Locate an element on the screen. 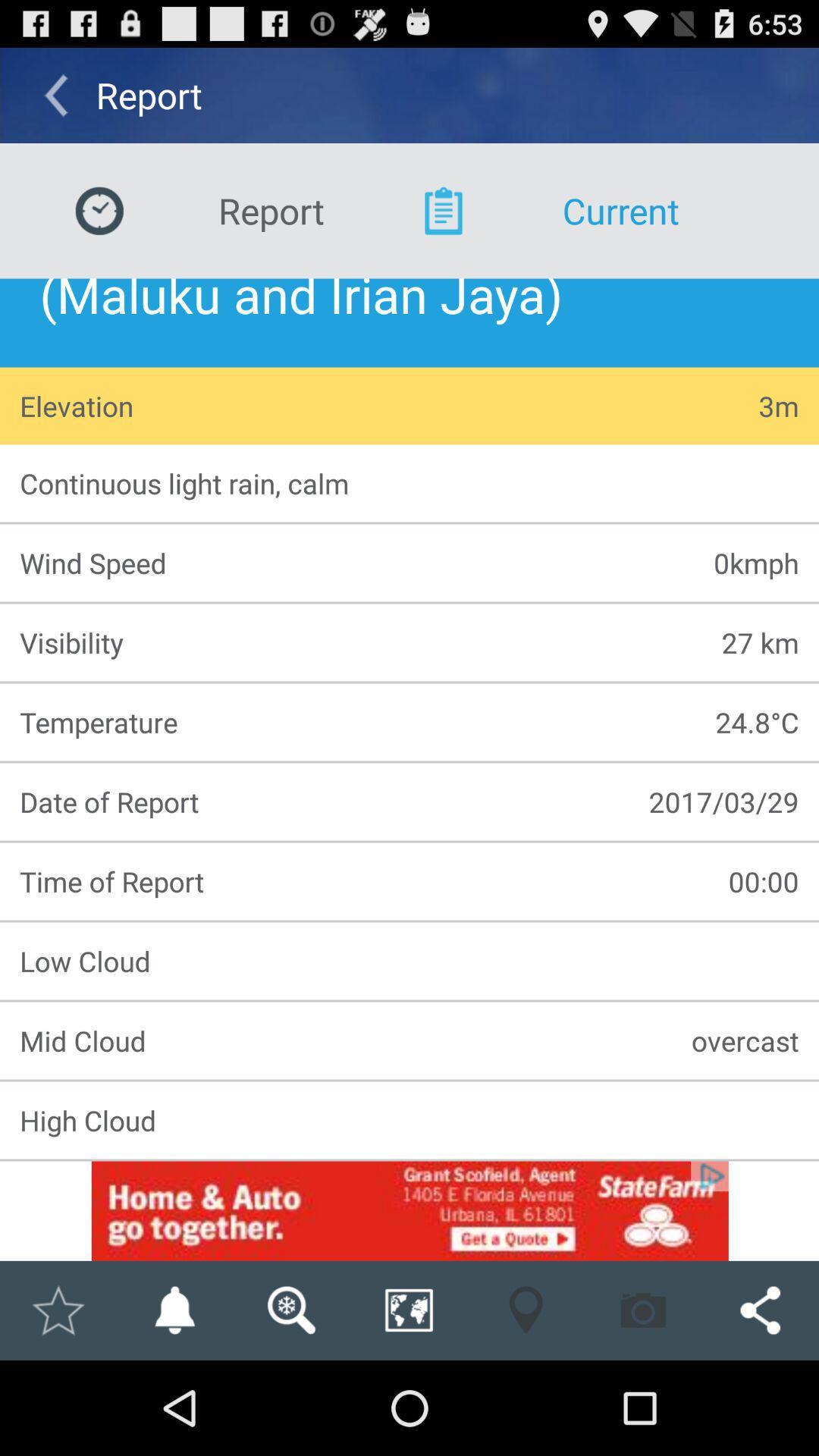 The image size is (819, 1456). zoom button is located at coordinates (408, 1310).